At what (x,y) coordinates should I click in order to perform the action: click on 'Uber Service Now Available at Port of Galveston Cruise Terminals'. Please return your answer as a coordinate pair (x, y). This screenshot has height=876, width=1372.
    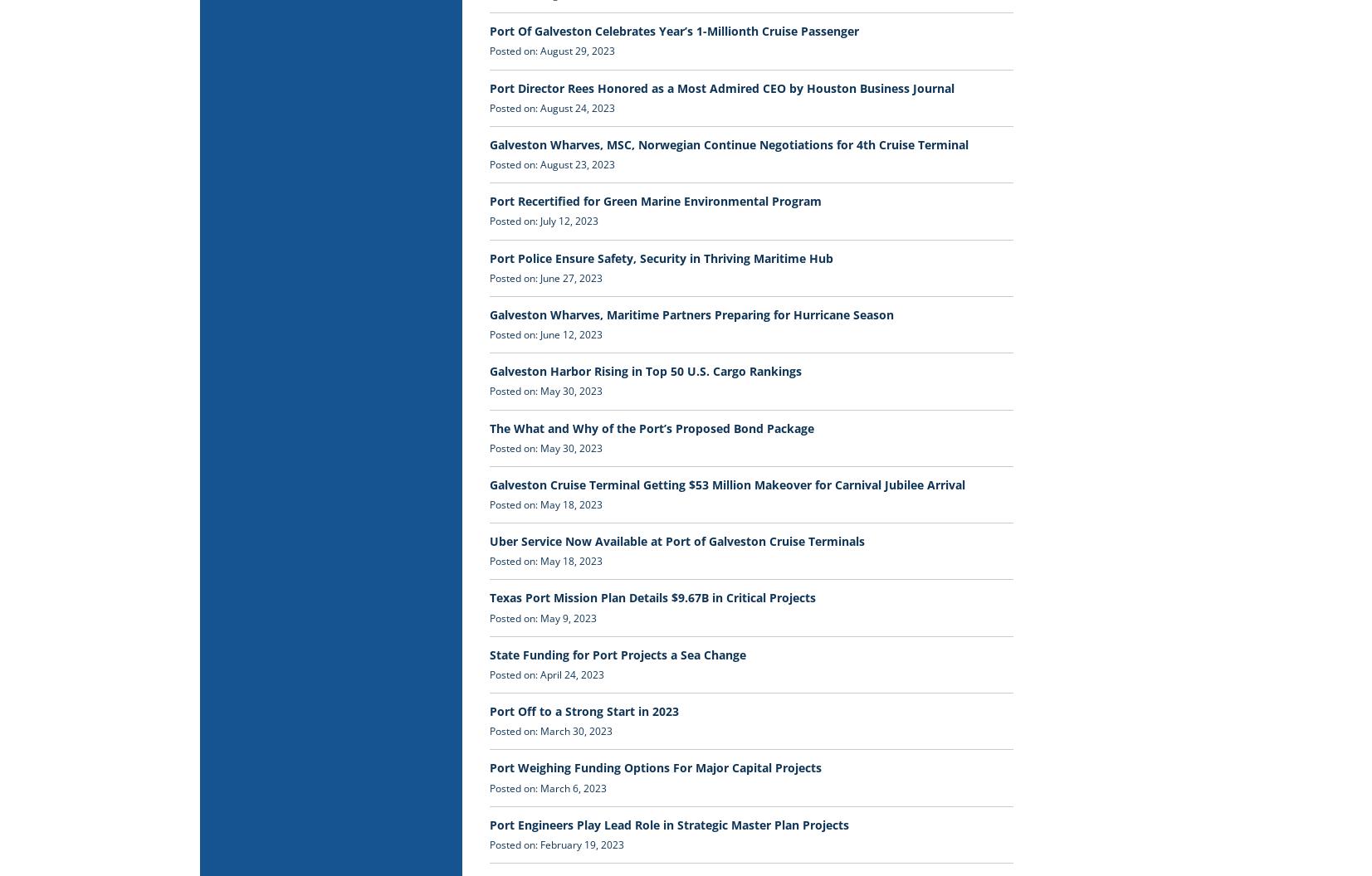
    Looking at the image, I should click on (676, 540).